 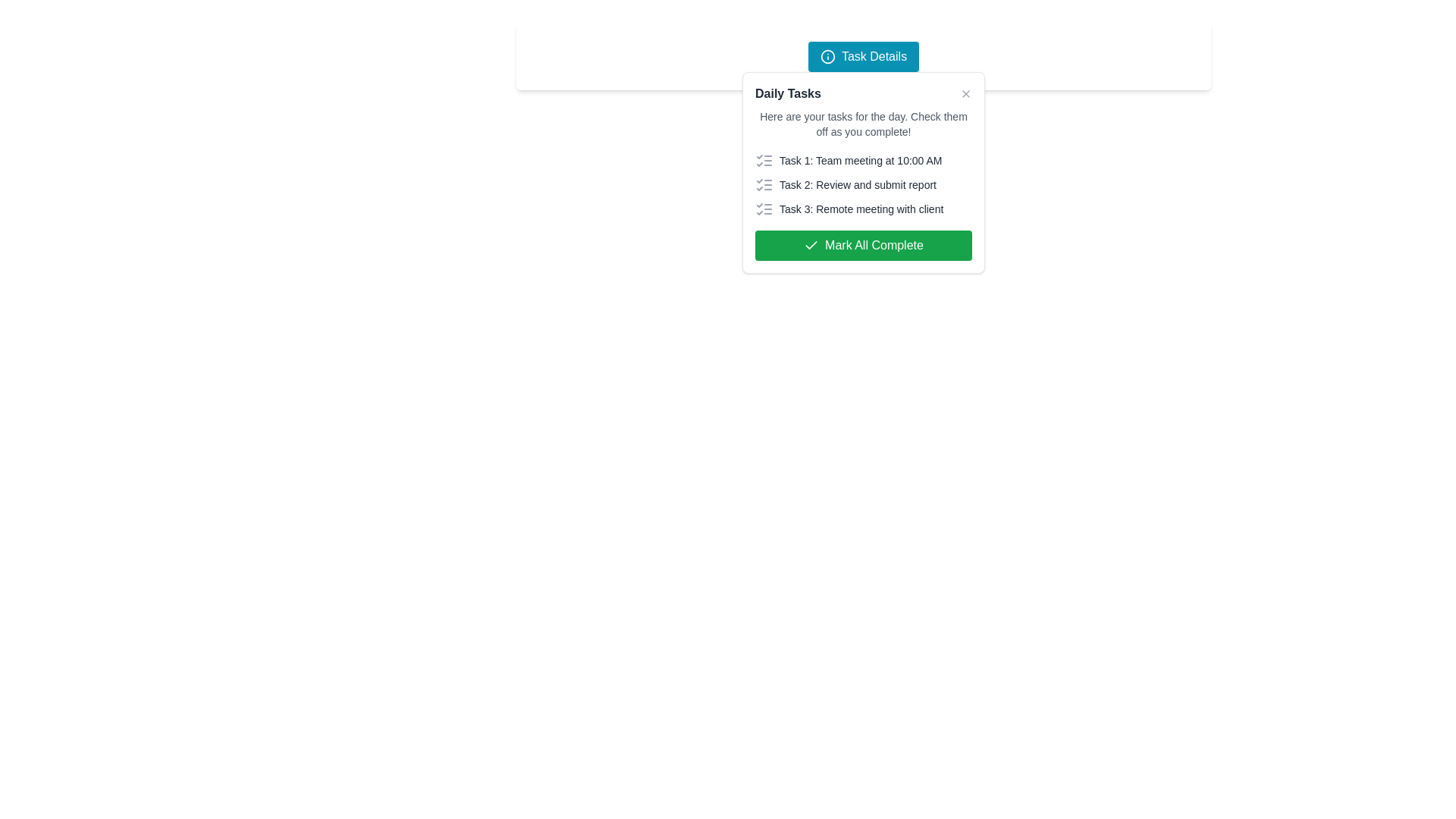 I want to click on the primary interactive button located at the top of the 'Daily Tasks' card, so click(x=863, y=55).